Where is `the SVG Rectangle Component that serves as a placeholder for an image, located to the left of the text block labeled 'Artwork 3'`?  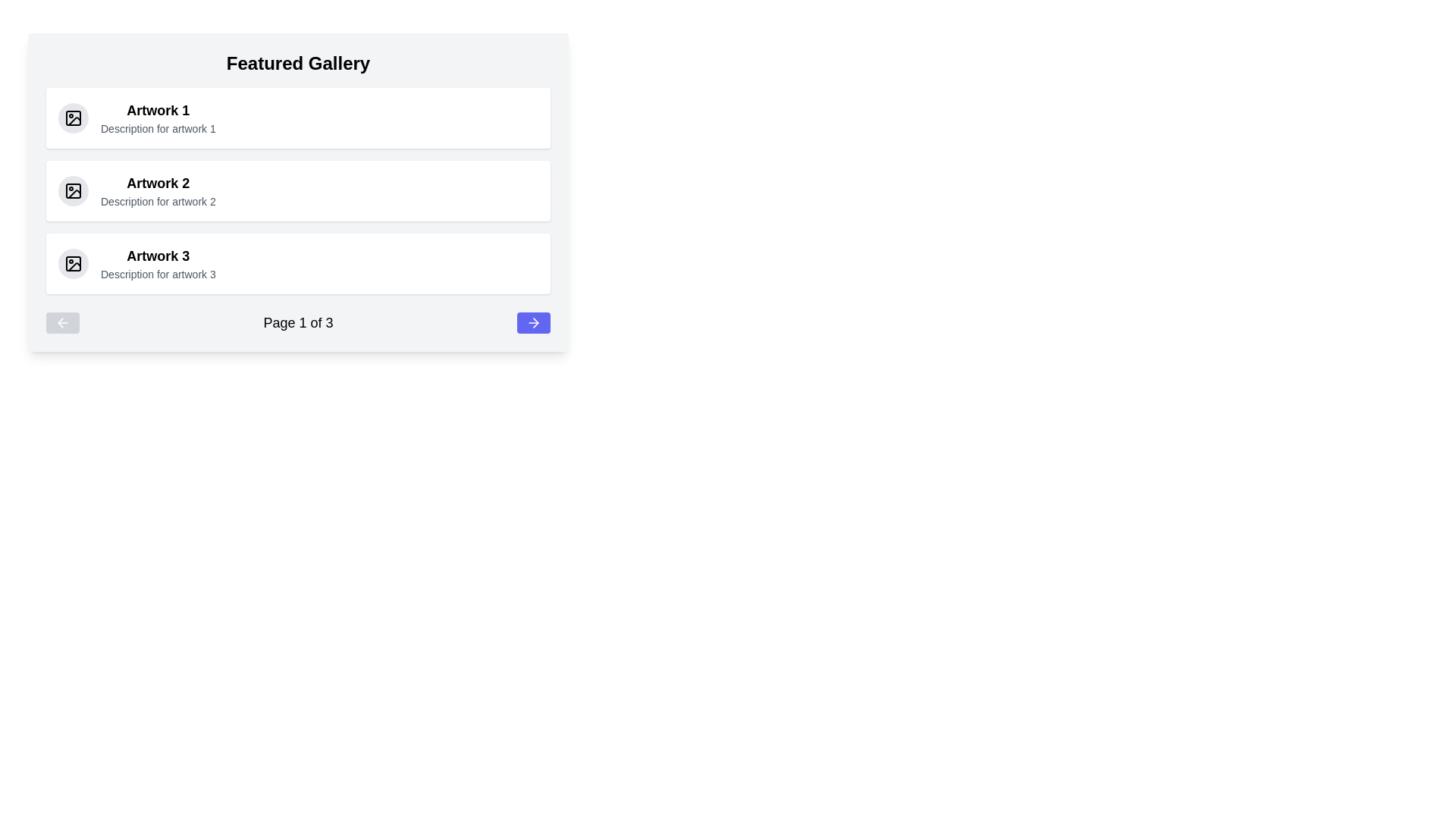 the SVG Rectangle Component that serves as a placeholder for an image, located to the left of the text block labeled 'Artwork 3' is located at coordinates (72, 262).